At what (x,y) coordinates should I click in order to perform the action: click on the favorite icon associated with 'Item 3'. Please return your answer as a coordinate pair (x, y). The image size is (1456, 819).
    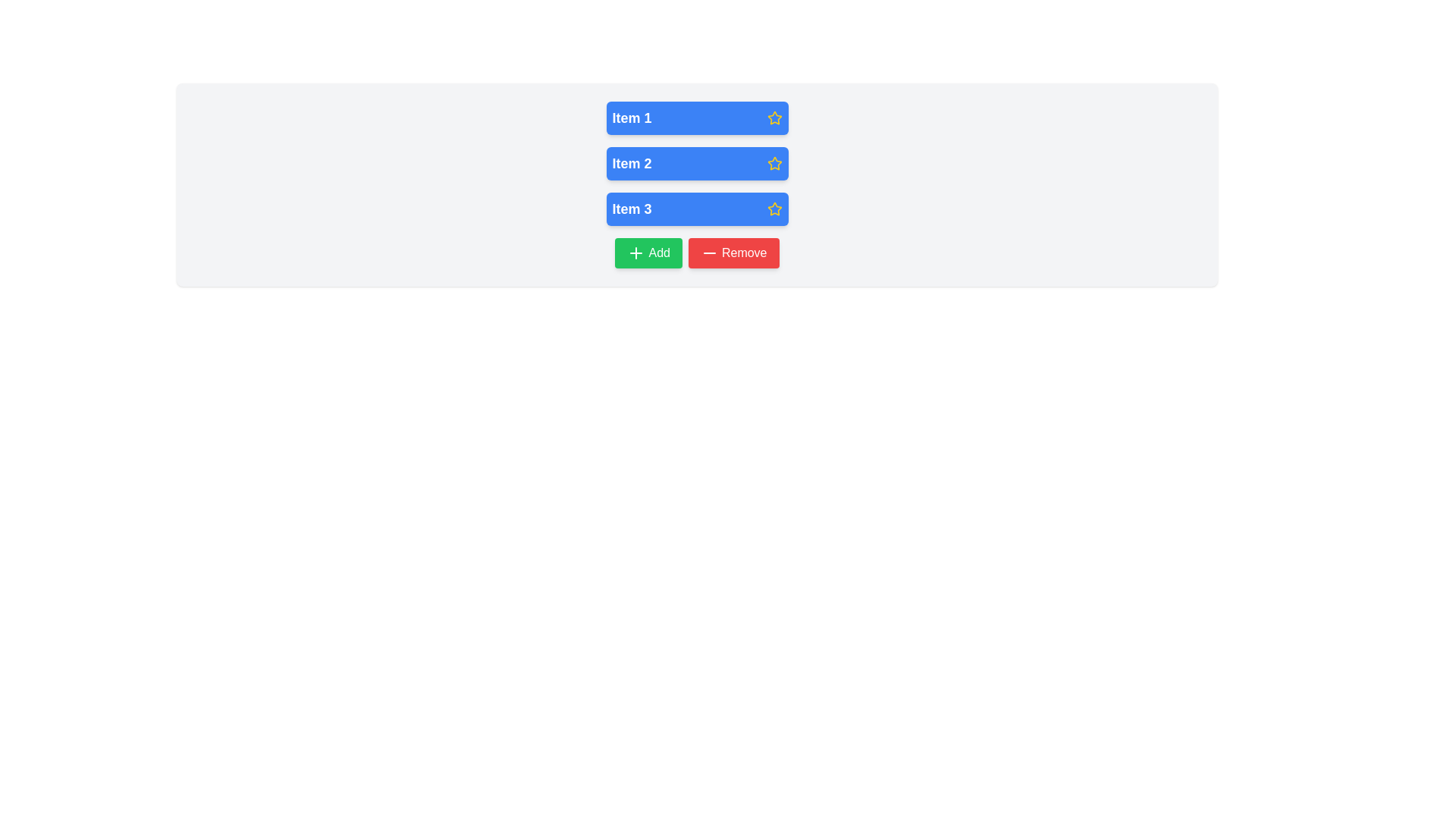
    Looking at the image, I should click on (774, 209).